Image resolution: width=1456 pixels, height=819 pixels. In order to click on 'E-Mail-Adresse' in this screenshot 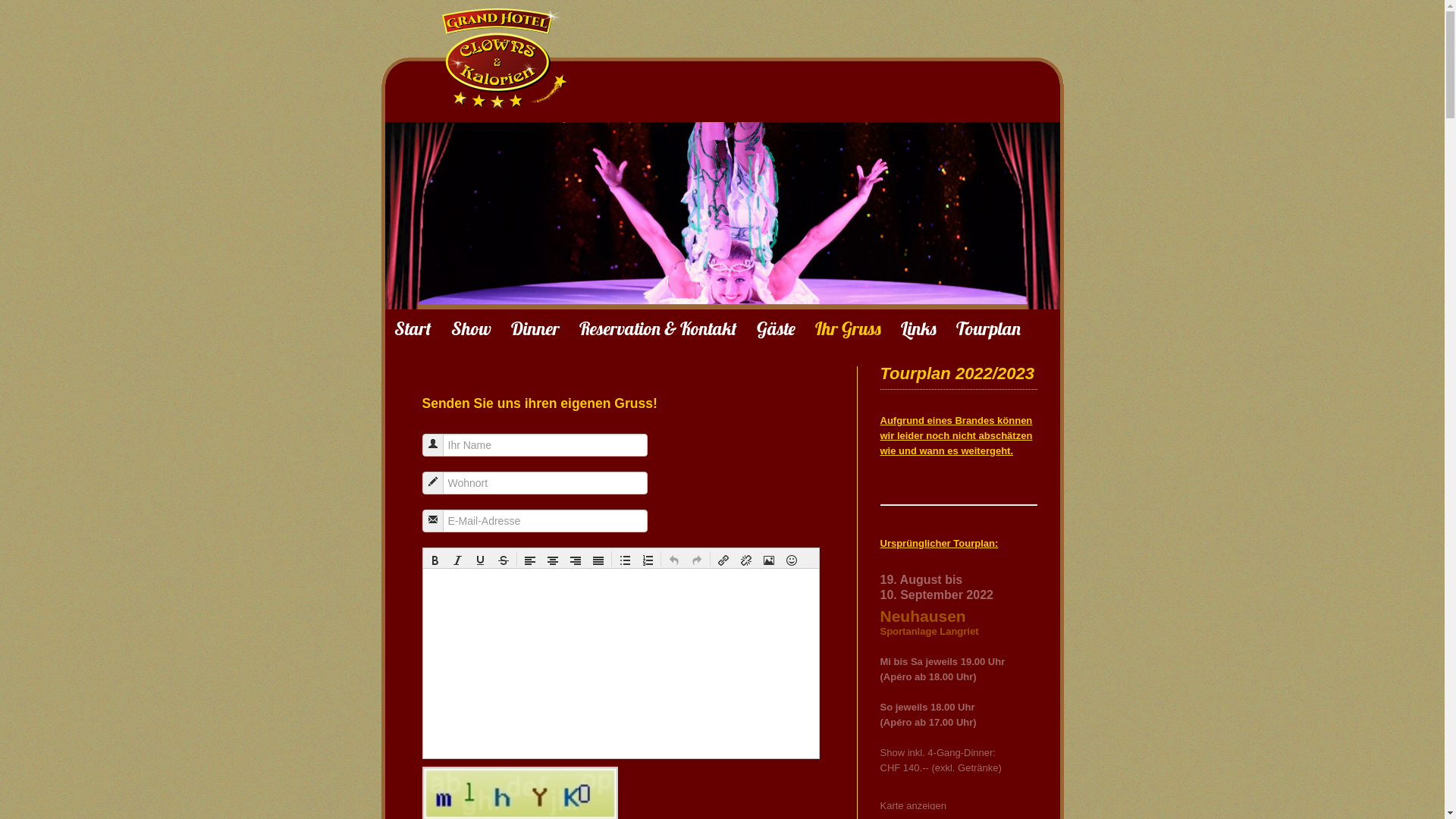, I will do `click(432, 519)`.